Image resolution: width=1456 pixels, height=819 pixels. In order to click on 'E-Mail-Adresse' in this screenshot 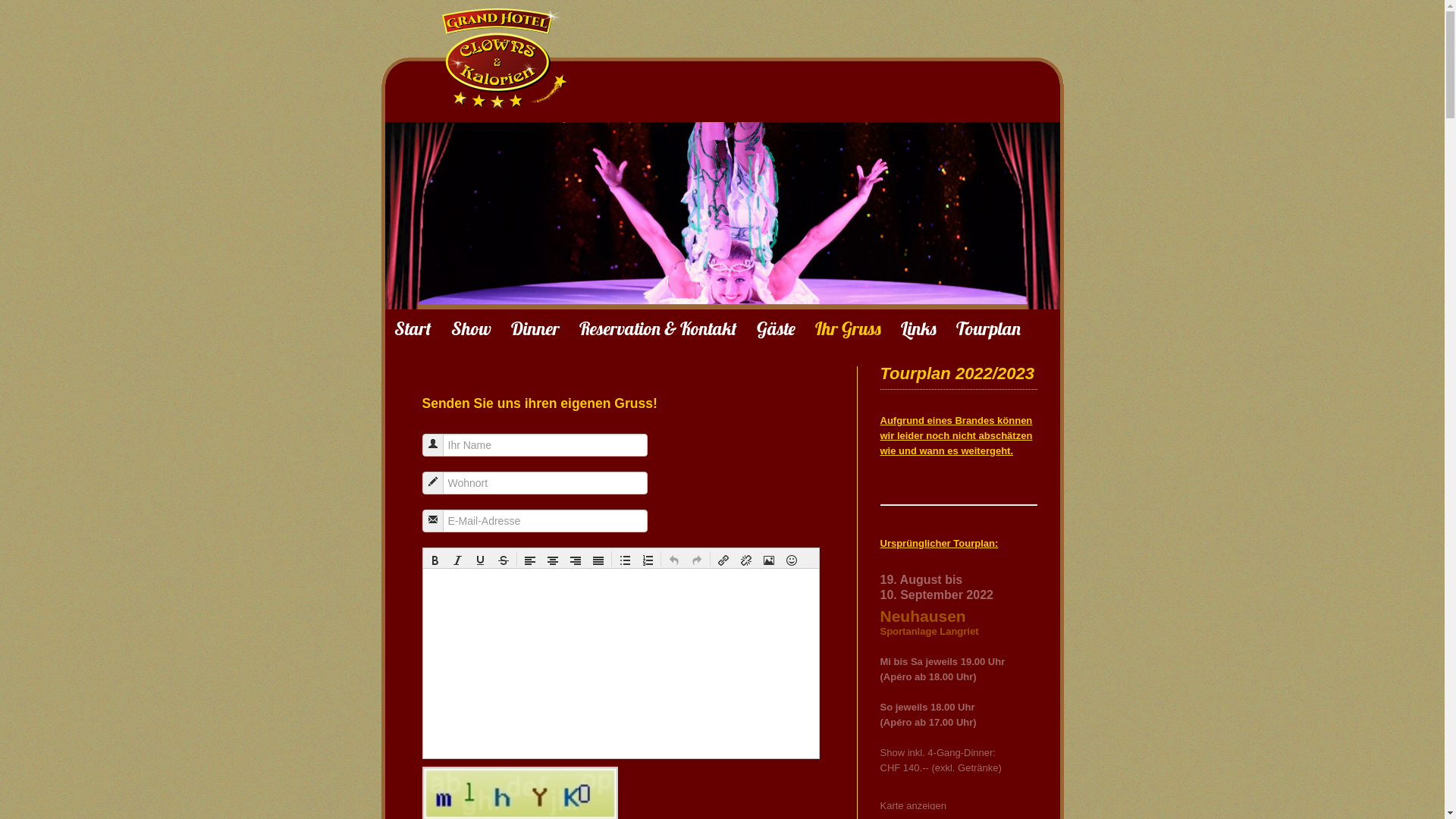, I will do `click(432, 519)`.